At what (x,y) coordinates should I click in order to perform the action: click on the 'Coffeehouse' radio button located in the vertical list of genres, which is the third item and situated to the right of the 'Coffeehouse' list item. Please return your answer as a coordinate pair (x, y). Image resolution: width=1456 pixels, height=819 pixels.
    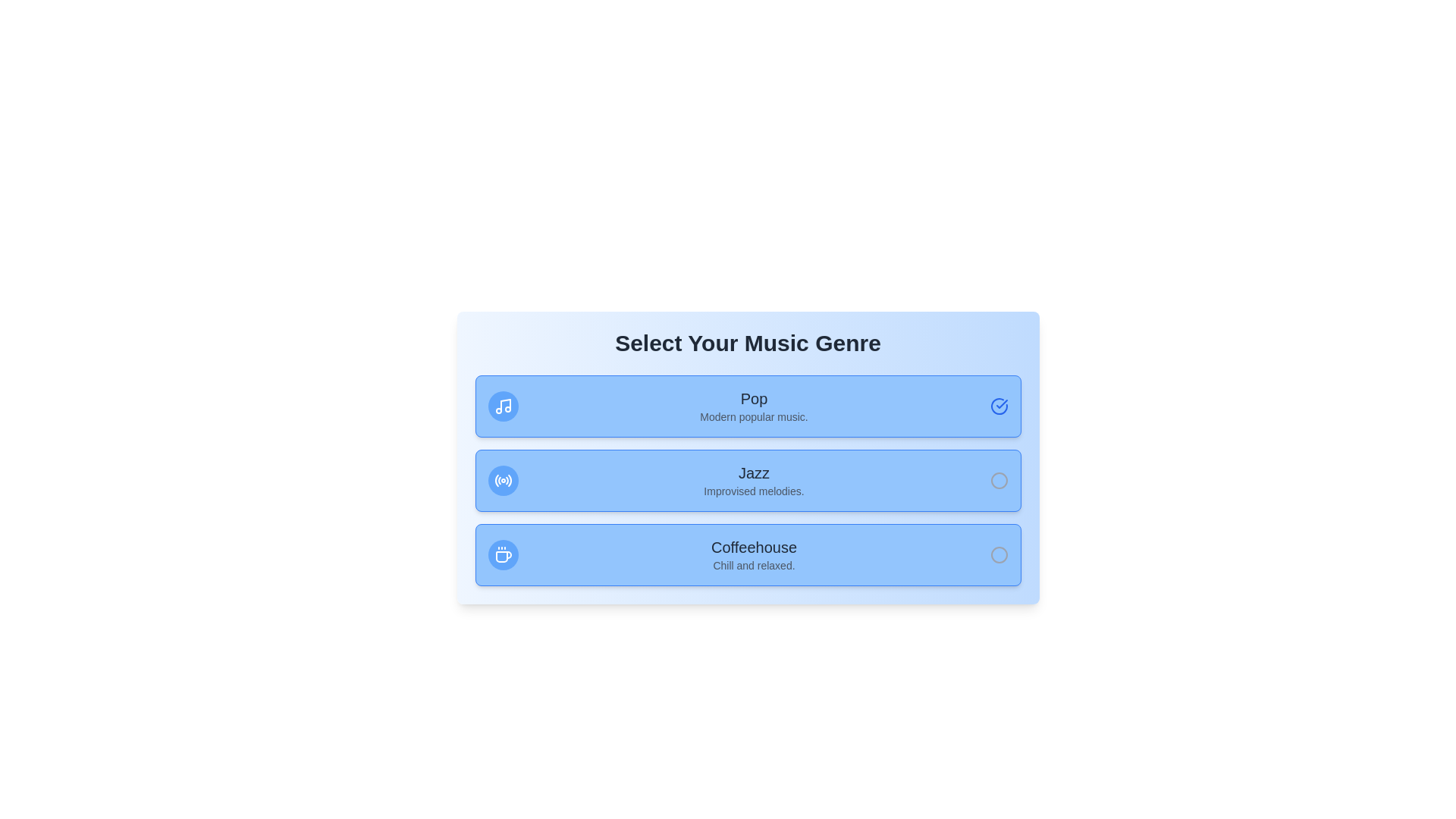
    Looking at the image, I should click on (999, 555).